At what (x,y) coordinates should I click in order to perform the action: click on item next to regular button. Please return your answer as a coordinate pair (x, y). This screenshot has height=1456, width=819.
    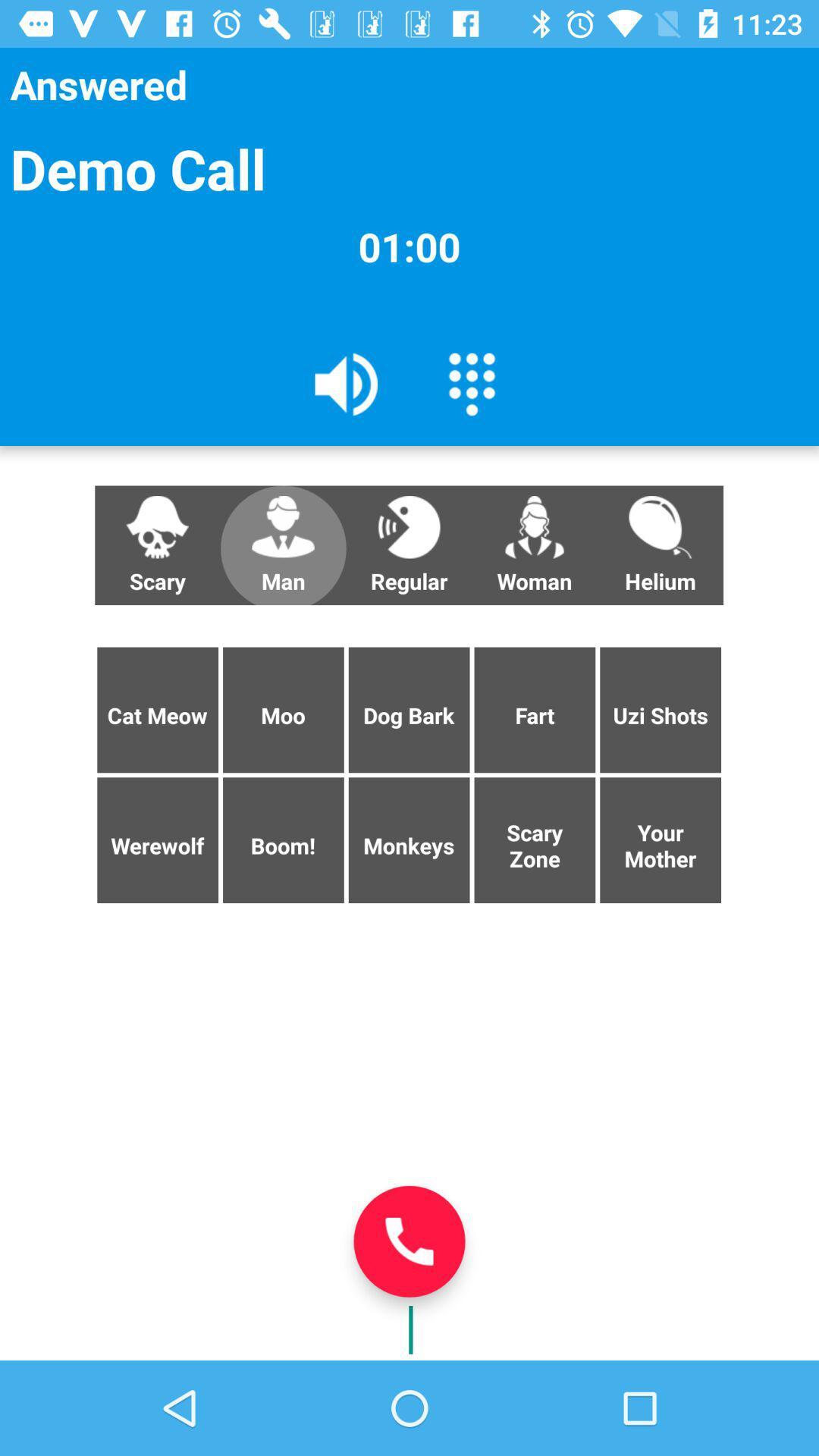
    Looking at the image, I should click on (283, 545).